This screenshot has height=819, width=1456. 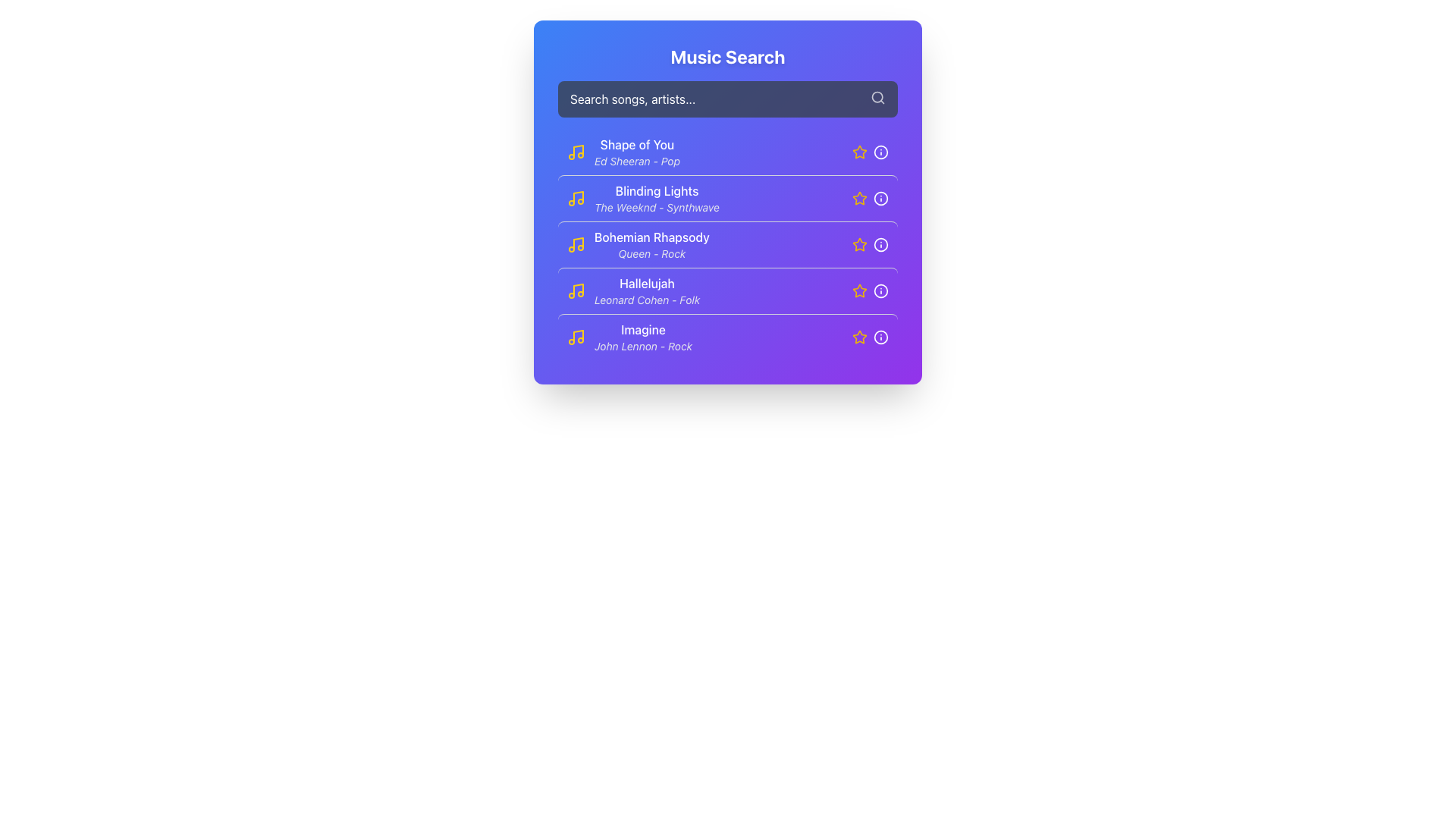 What do you see at coordinates (858, 290) in the screenshot?
I see `the star-shaped icon with a yellow outline and purple fill to mark the song 'Hallelujah' as a favorite` at bounding box center [858, 290].